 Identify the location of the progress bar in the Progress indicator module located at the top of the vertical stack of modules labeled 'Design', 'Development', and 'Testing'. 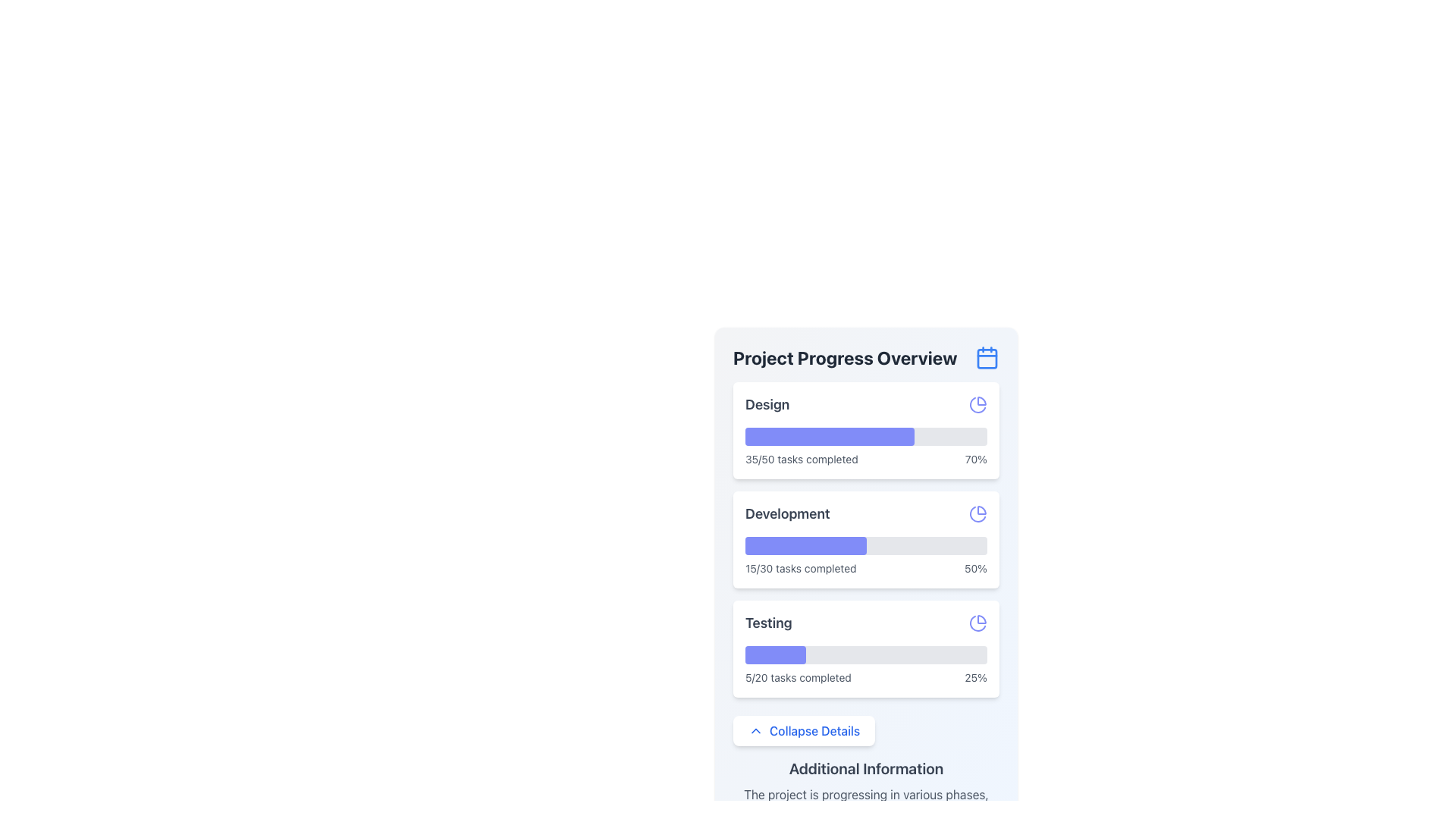
(866, 430).